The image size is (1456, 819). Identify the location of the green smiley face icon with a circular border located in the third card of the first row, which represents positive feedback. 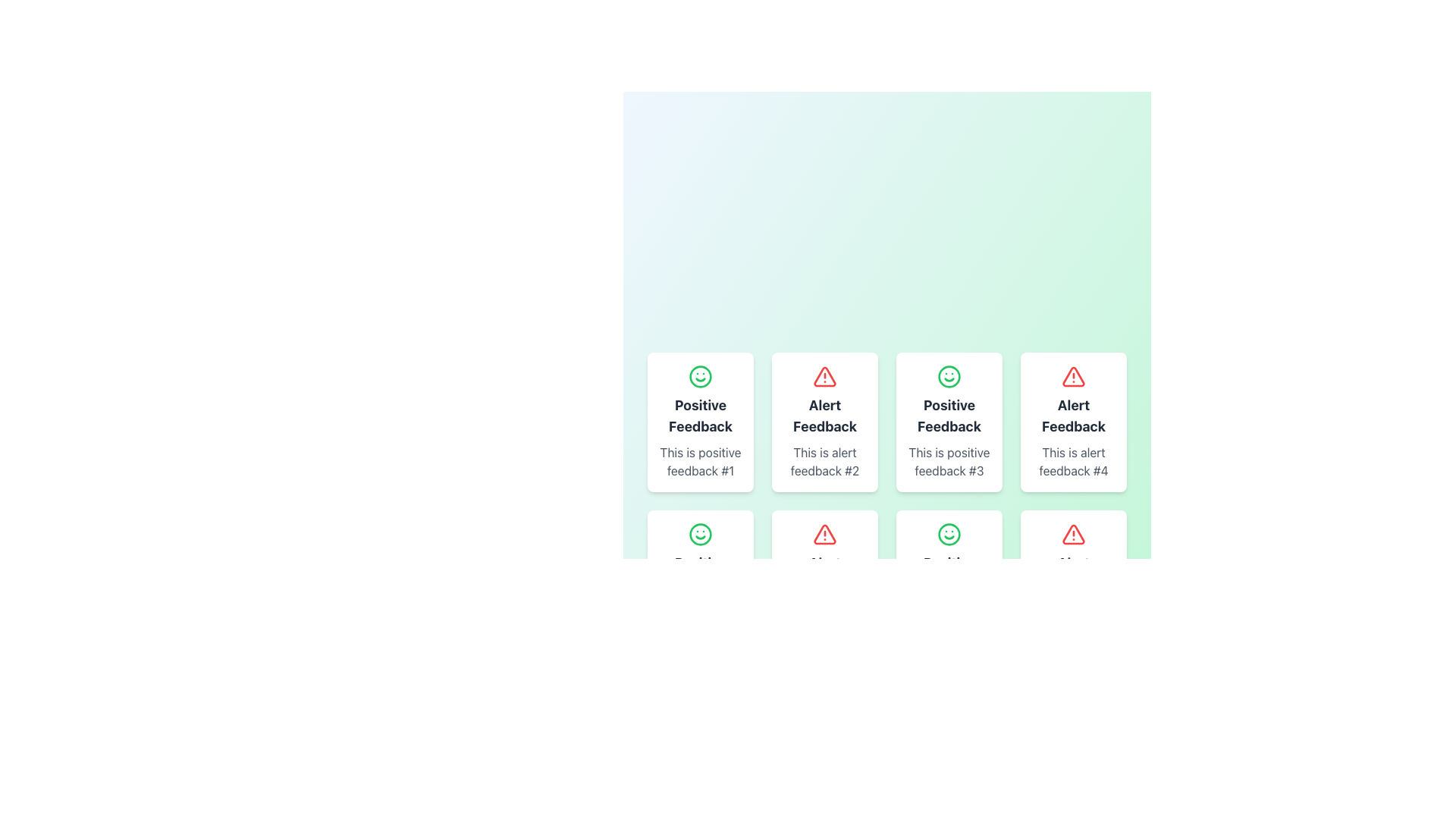
(949, 376).